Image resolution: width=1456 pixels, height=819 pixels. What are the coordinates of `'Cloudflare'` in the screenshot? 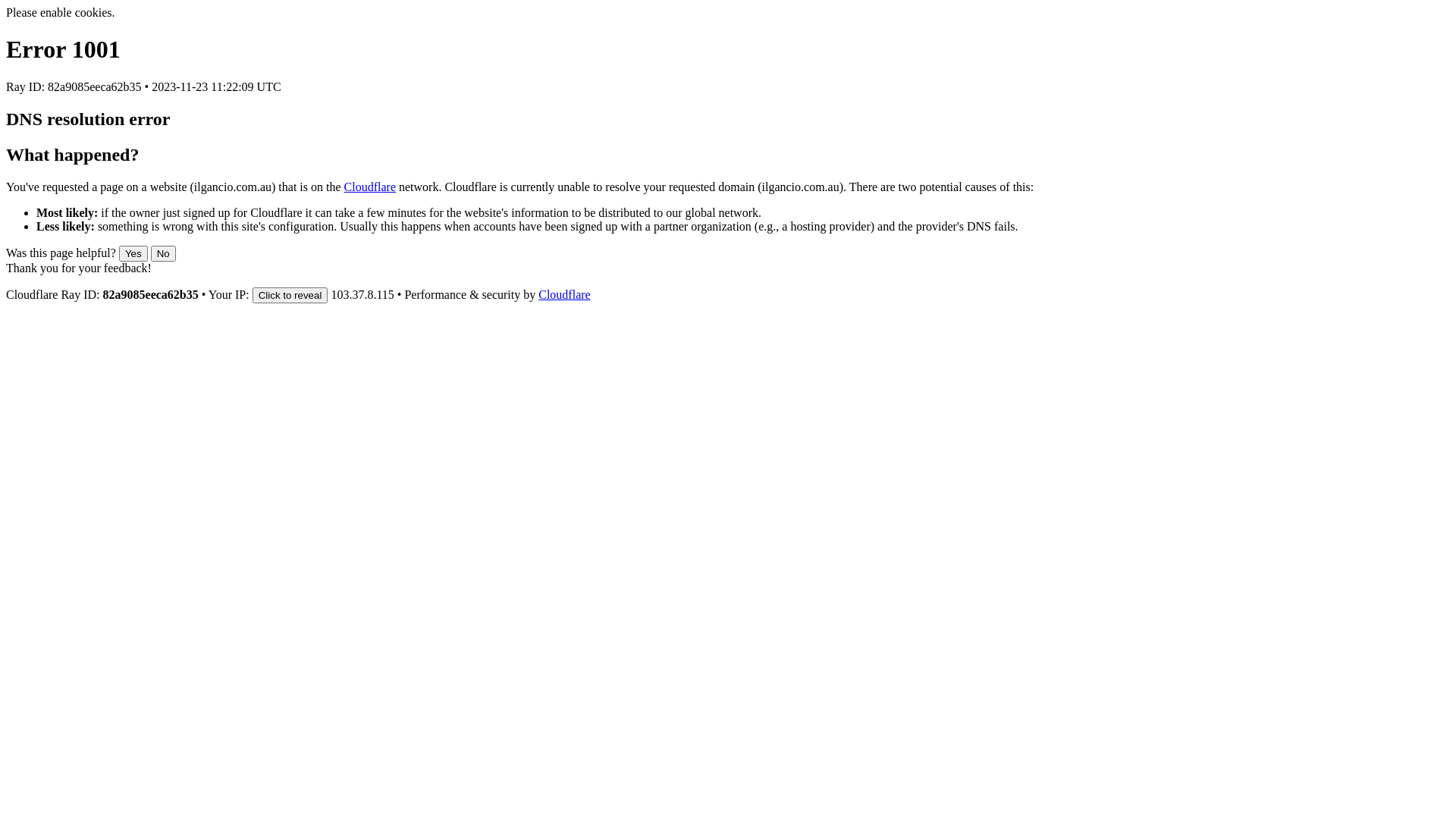 It's located at (563, 294).